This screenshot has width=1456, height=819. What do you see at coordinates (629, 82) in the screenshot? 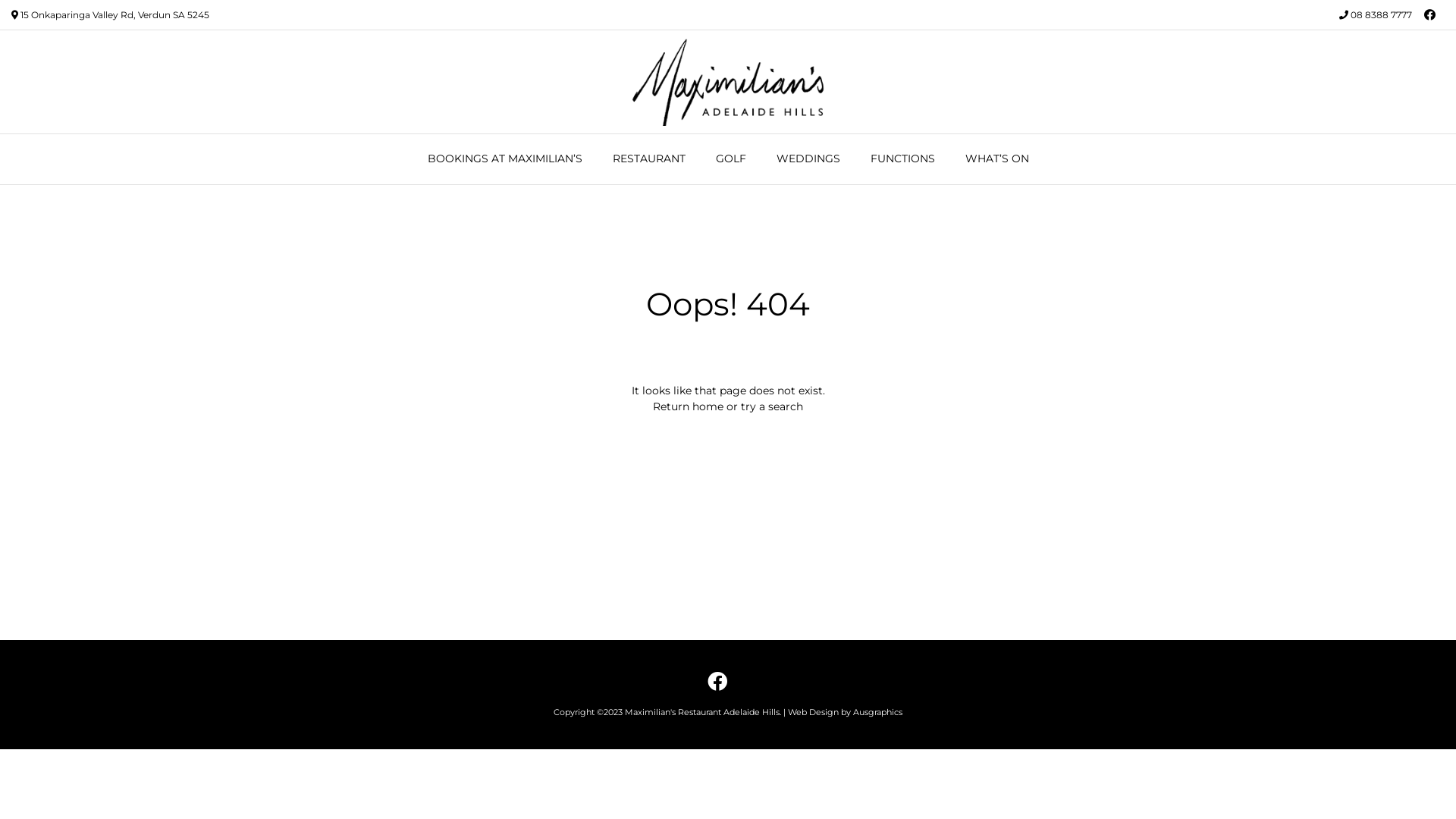
I see `'Maximilian's Restaurant Adelaide Hills'` at bounding box center [629, 82].